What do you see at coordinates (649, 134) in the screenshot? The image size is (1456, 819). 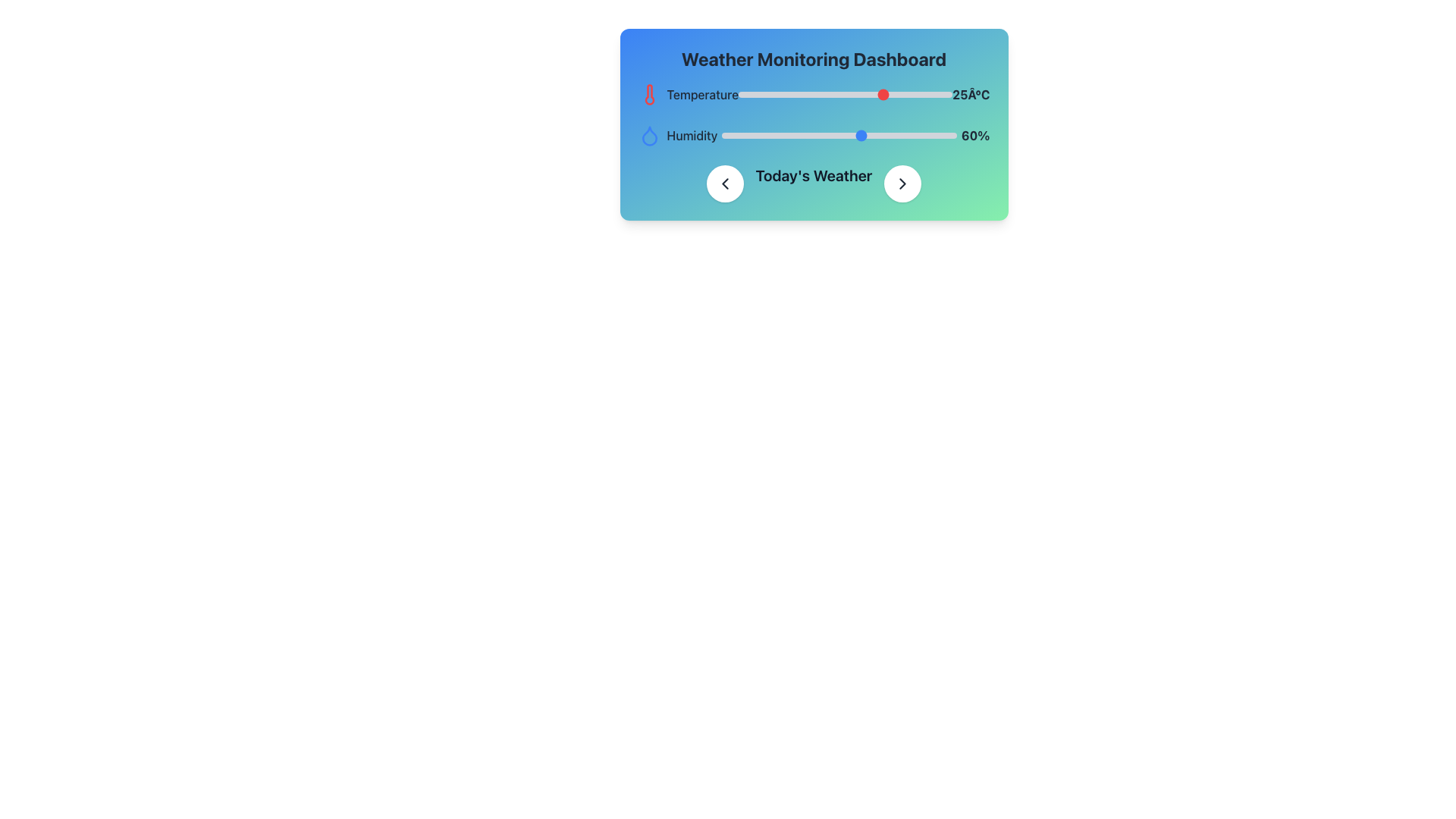 I see `the blue droplet icon representing humidity, located to the left of the 'Humidity' text in the interface` at bounding box center [649, 134].